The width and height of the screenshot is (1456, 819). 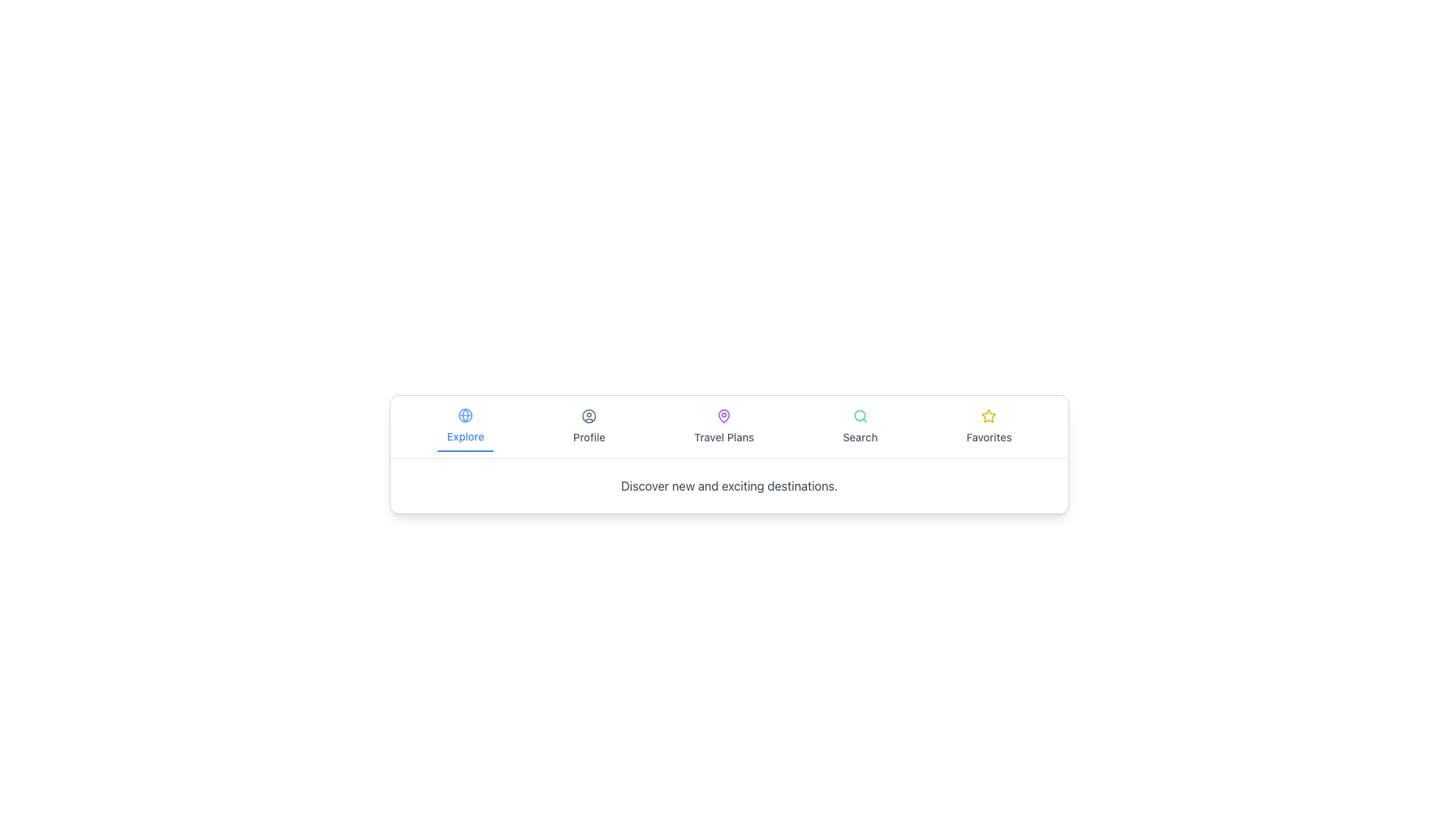 I want to click on the navigation button for travel plans, which is the third element from the left in the navigation bar, so click(x=723, y=427).